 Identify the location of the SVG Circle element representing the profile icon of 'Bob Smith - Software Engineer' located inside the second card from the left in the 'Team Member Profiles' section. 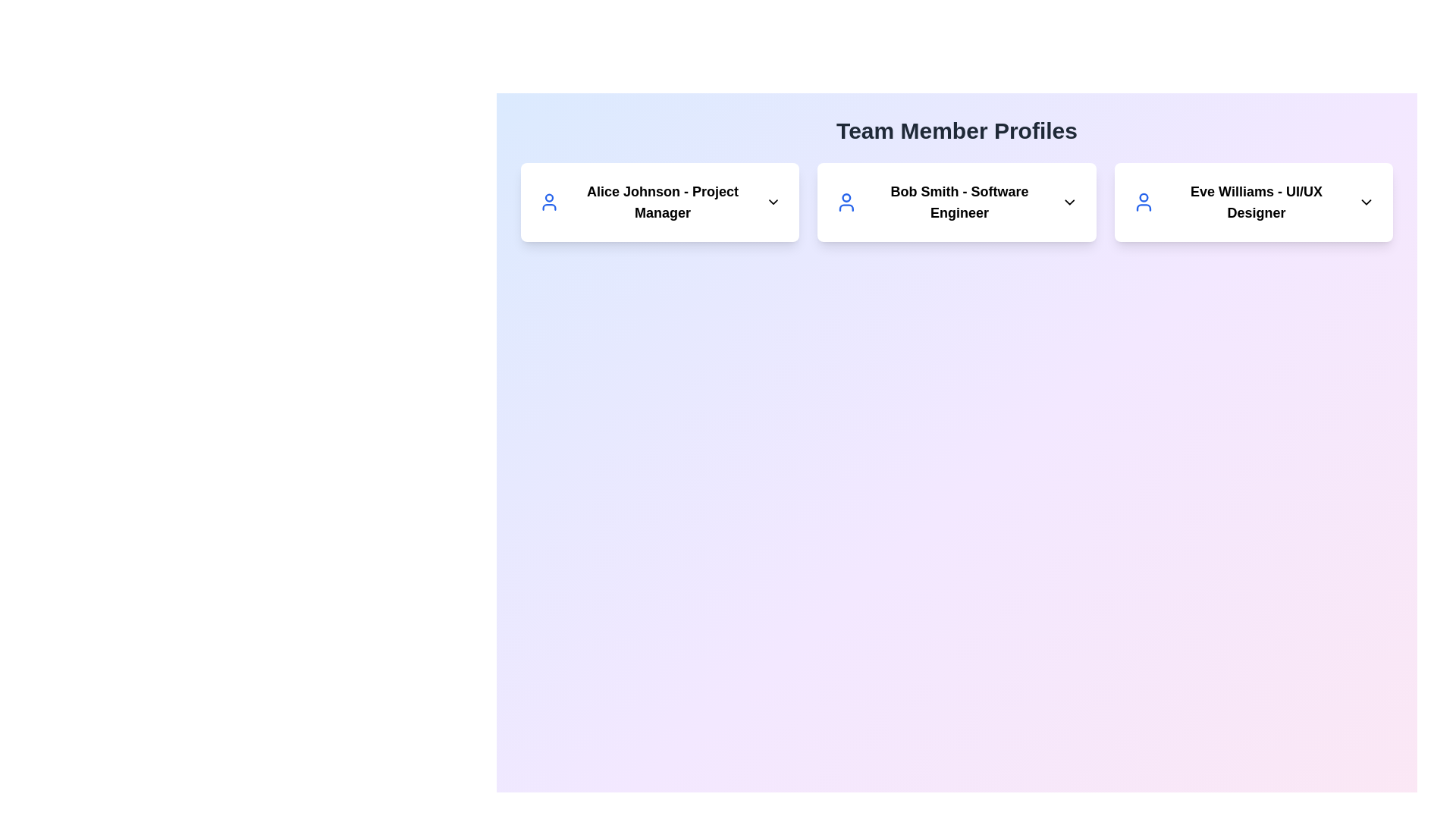
(846, 197).